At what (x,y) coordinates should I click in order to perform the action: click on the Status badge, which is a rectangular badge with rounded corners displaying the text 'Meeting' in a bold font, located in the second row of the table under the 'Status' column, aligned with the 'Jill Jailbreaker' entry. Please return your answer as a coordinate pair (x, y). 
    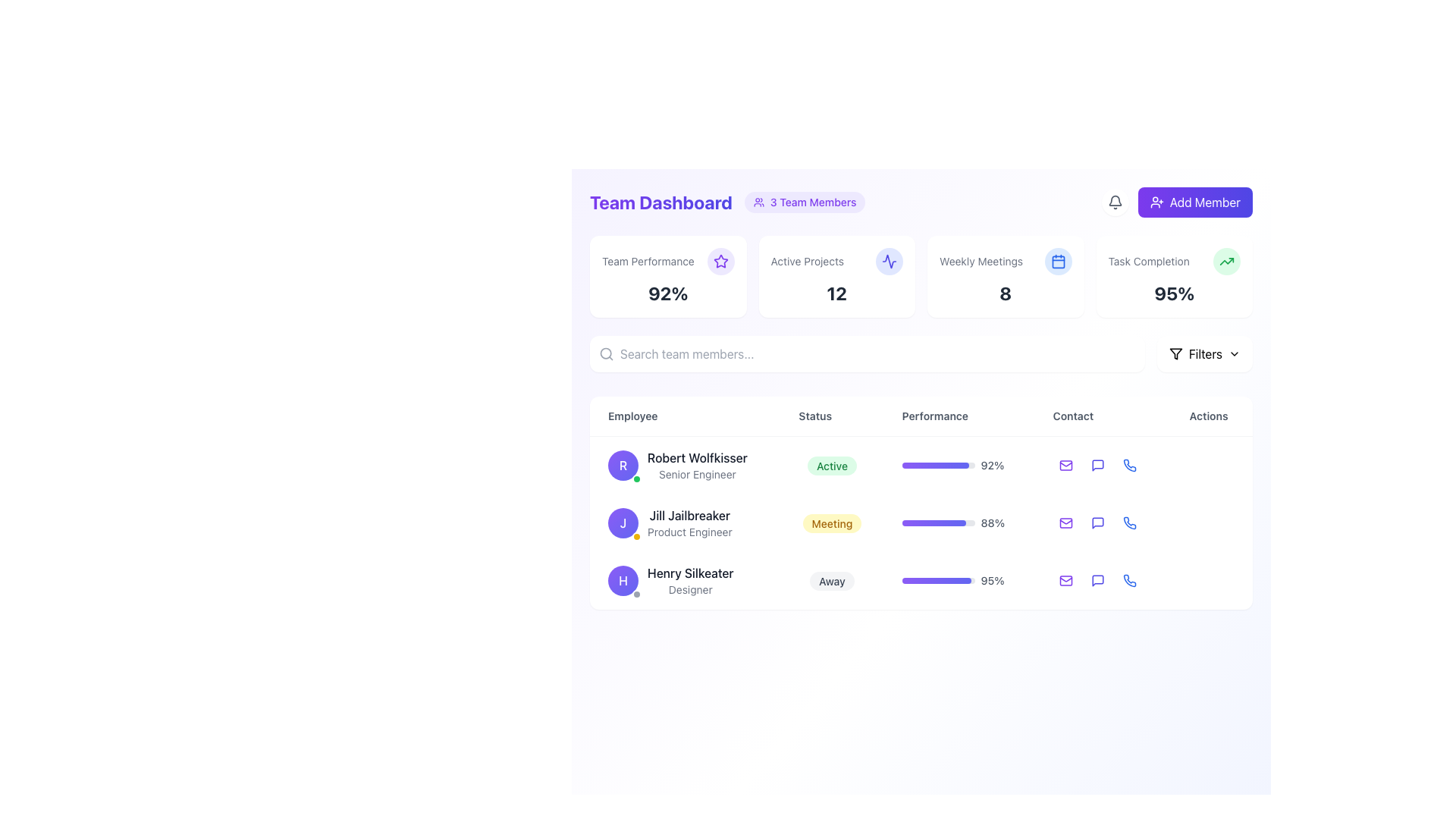
    Looking at the image, I should click on (831, 522).